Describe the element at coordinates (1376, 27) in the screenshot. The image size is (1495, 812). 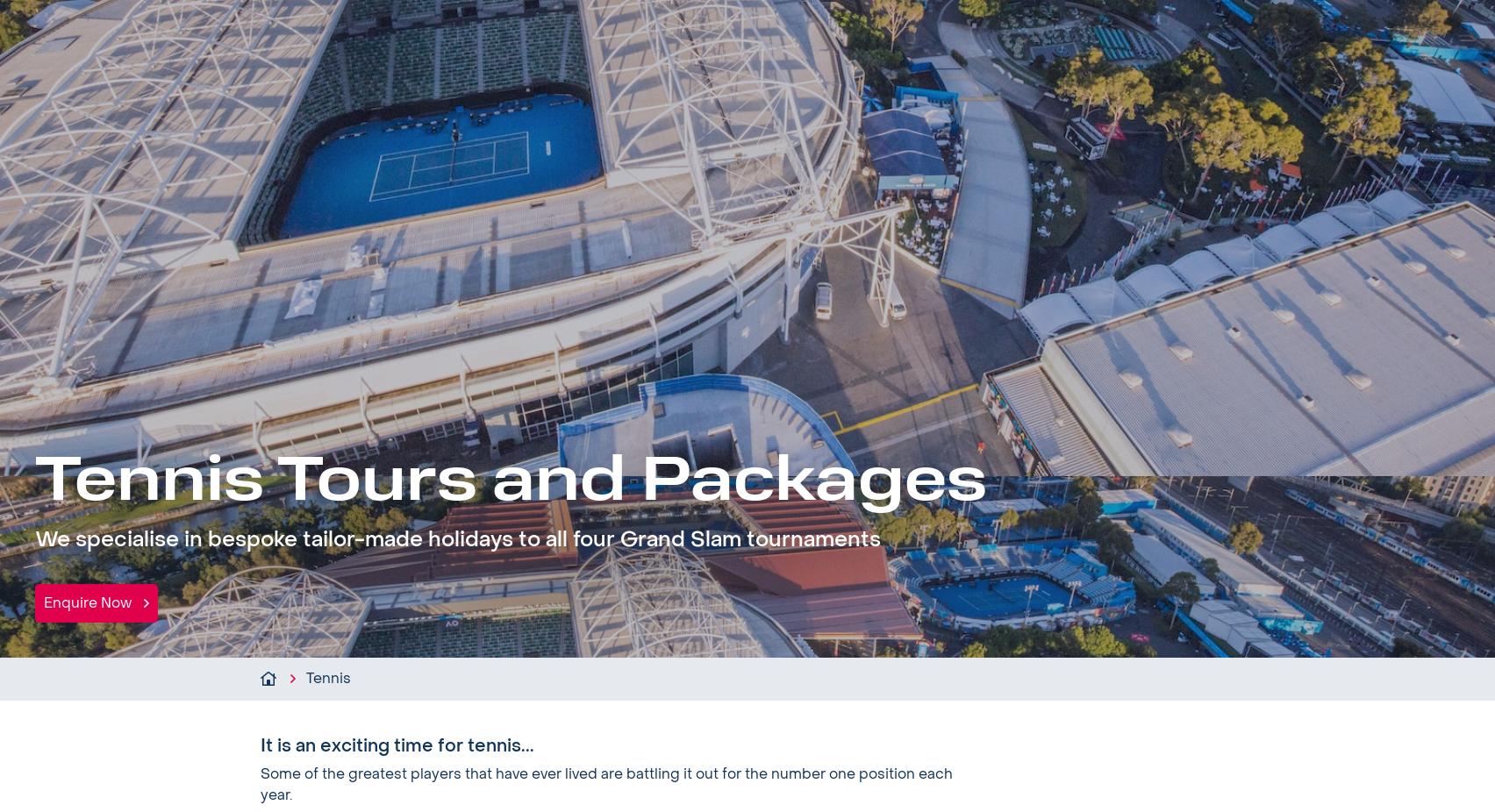
I see `'01244 729 888'` at that location.